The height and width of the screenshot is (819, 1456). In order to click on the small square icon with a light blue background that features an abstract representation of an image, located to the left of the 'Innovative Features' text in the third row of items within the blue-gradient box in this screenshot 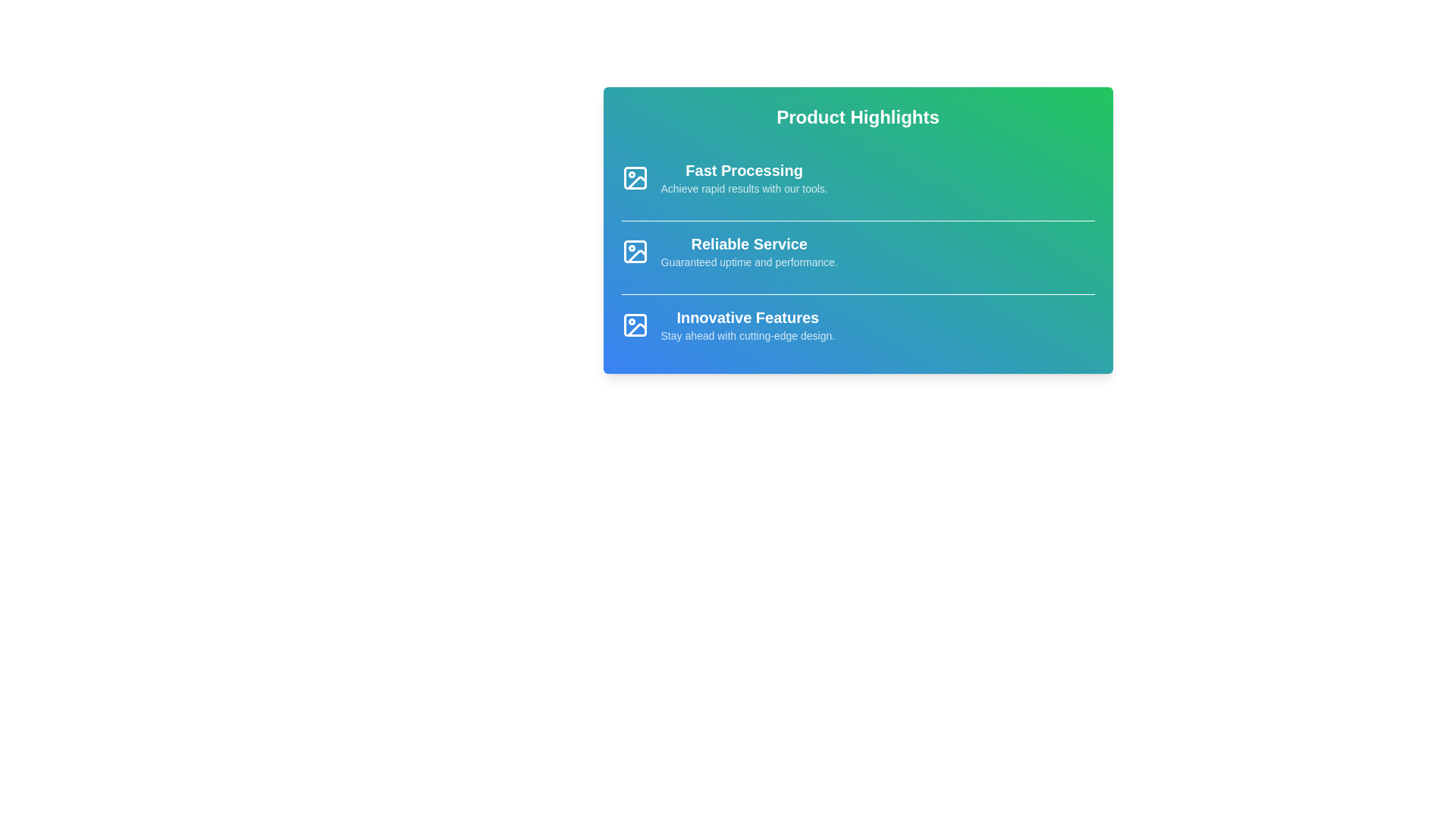, I will do `click(635, 324)`.